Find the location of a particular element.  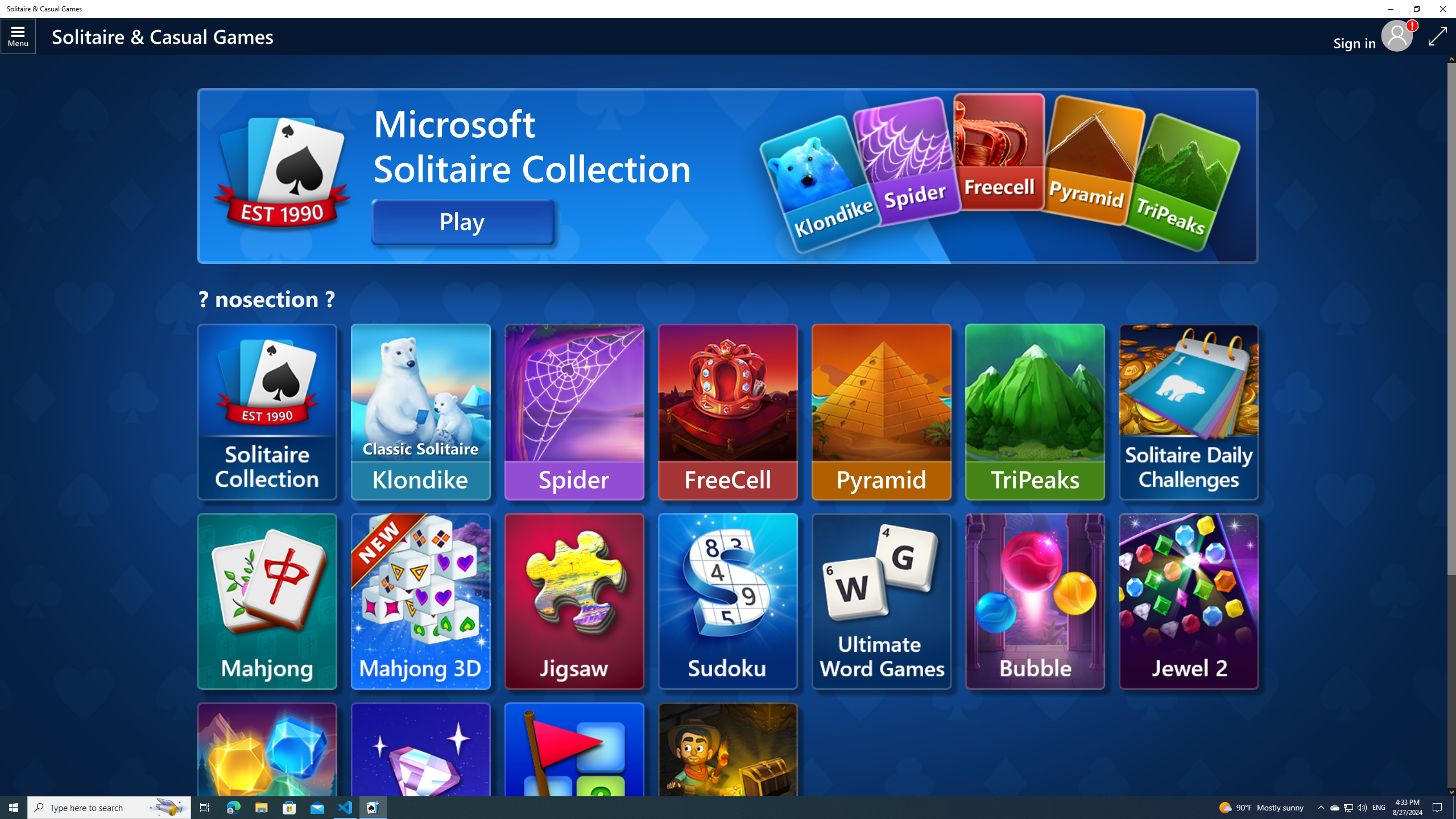

'FreeCell' is located at coordinates (728, 411).